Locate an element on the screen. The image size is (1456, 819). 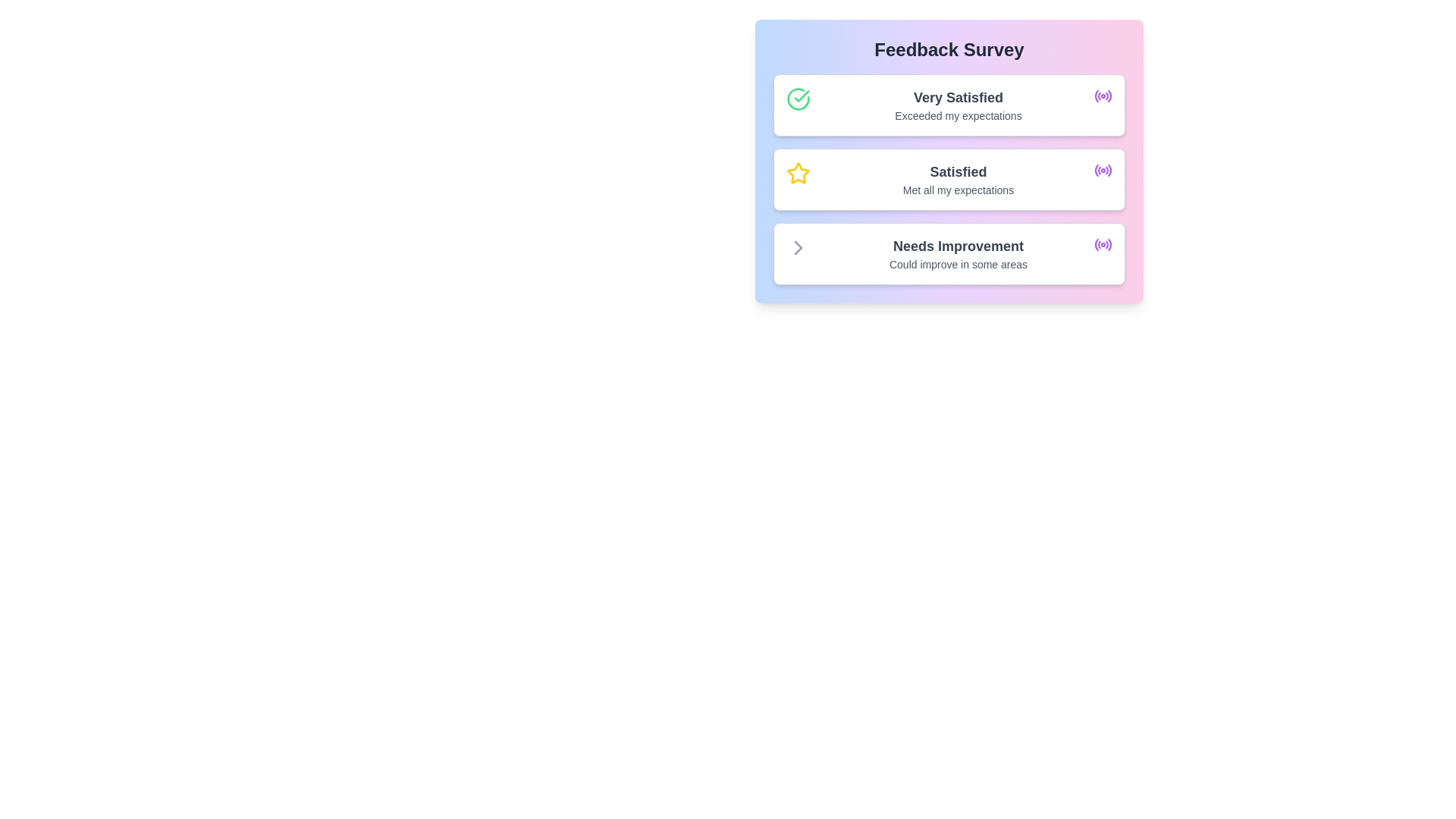
the third selectable card in the Feedback Survey titled 'Needs Improvement' is located at coordinates (949, 253).